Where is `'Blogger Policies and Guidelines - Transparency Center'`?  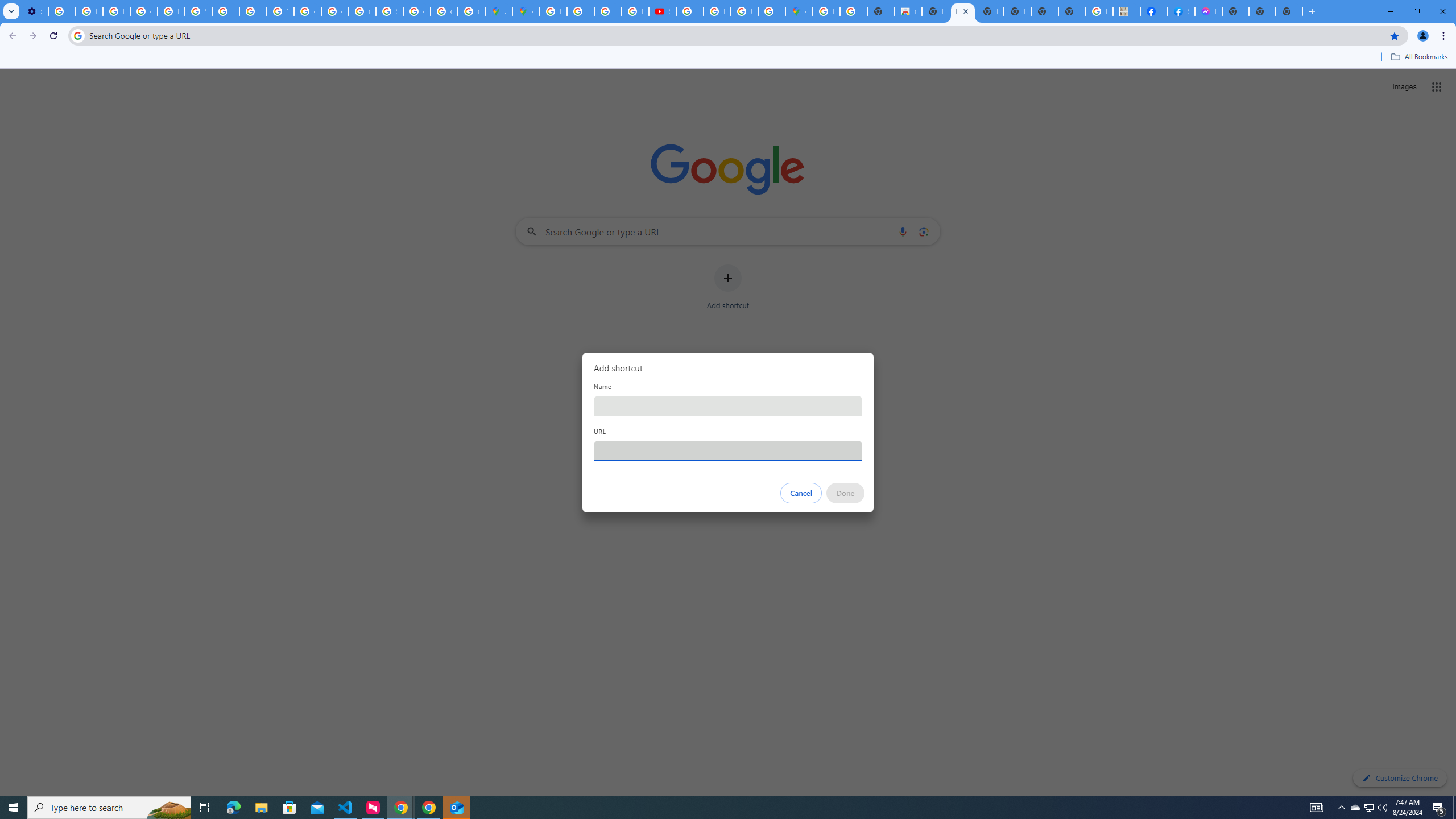 'Blogger Policies and Guidelines - Transparency Center' is located at coordinates (552, 11).